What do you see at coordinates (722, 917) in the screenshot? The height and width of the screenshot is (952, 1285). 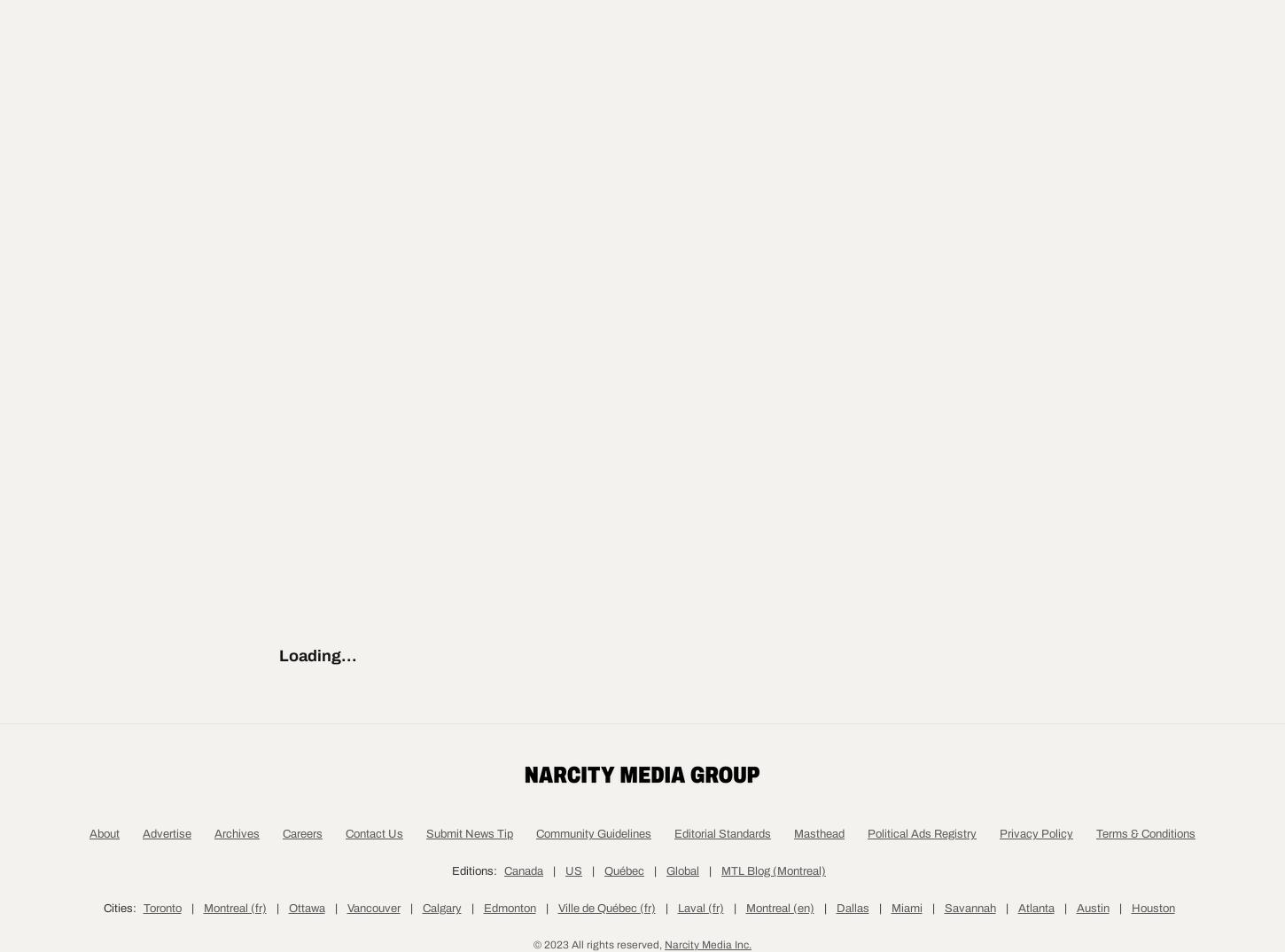 I see `'Editorial Standards'` at bounding box center [722, 917].